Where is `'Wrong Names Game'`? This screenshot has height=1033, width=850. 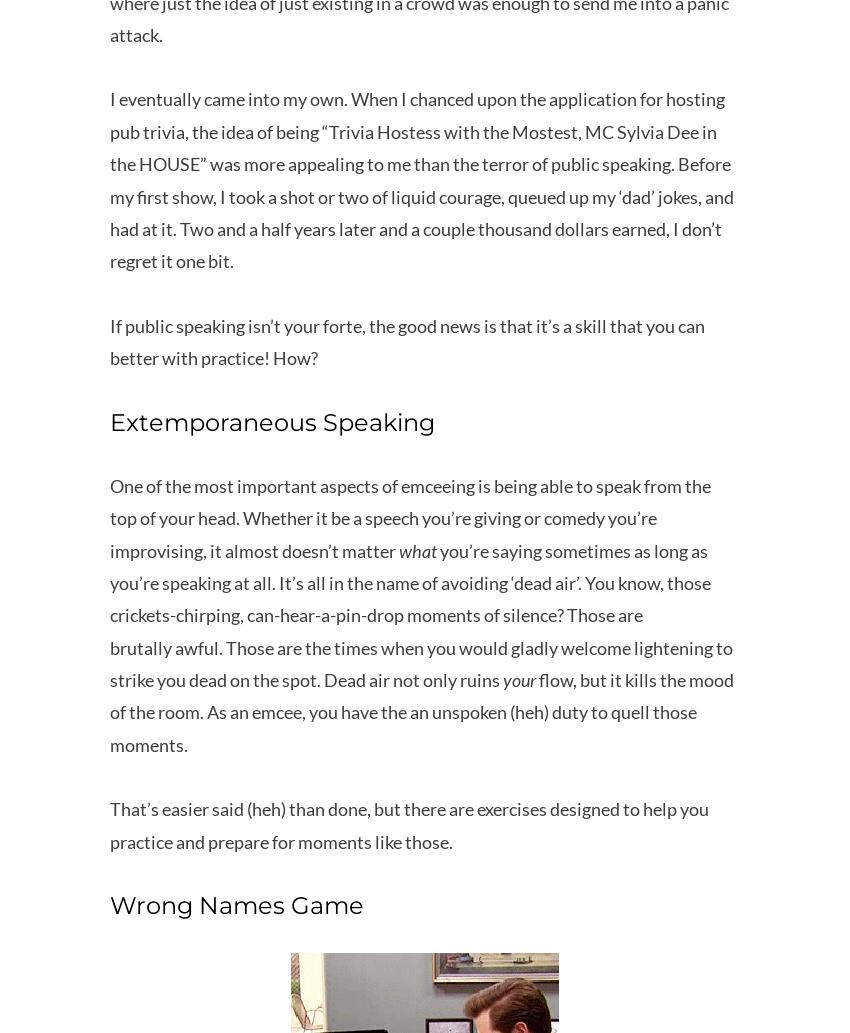 'Wrong Names Game' is located at coordinates (236, 904).